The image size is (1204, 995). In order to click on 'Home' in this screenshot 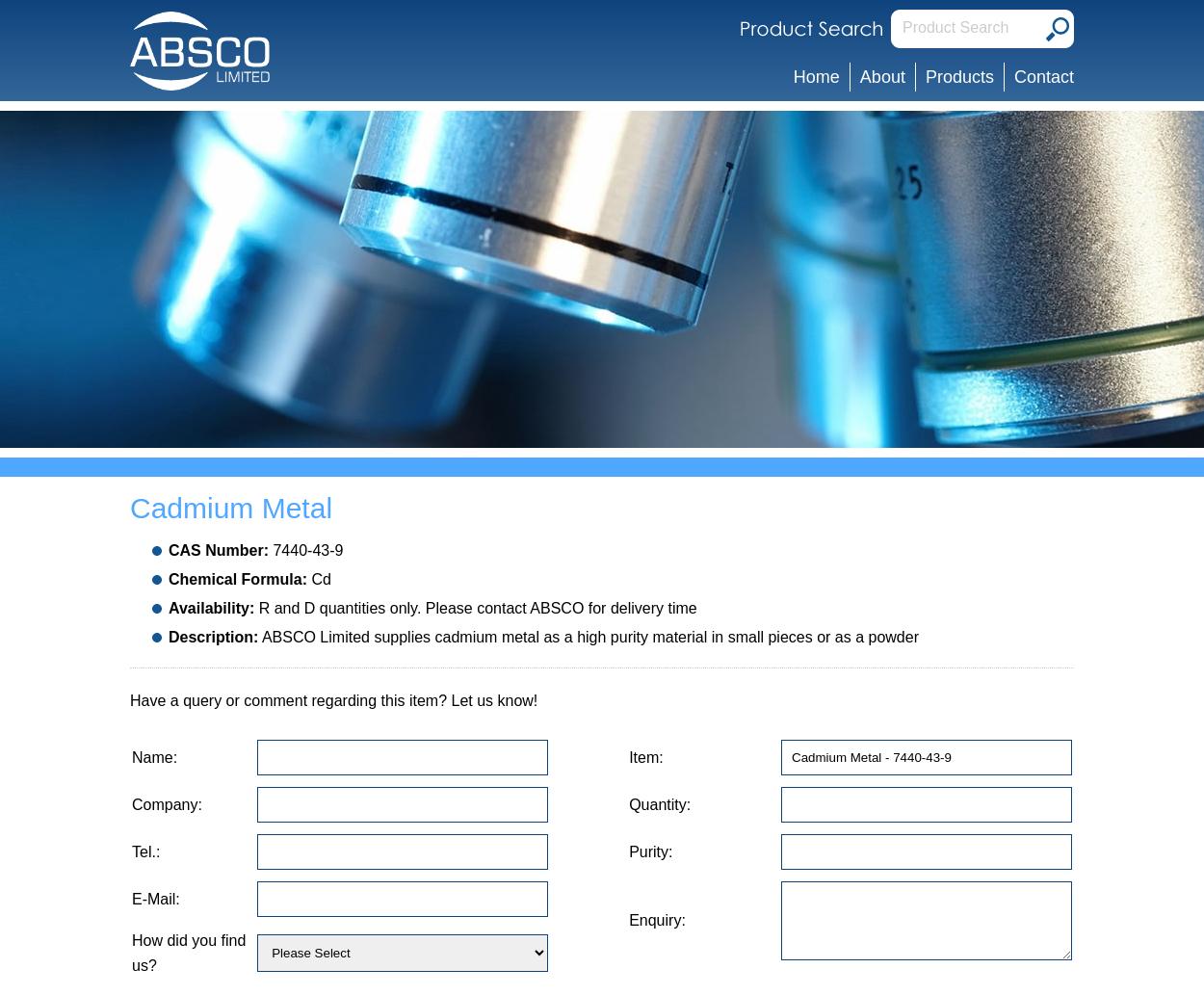, I will do `click(815, 76)`.